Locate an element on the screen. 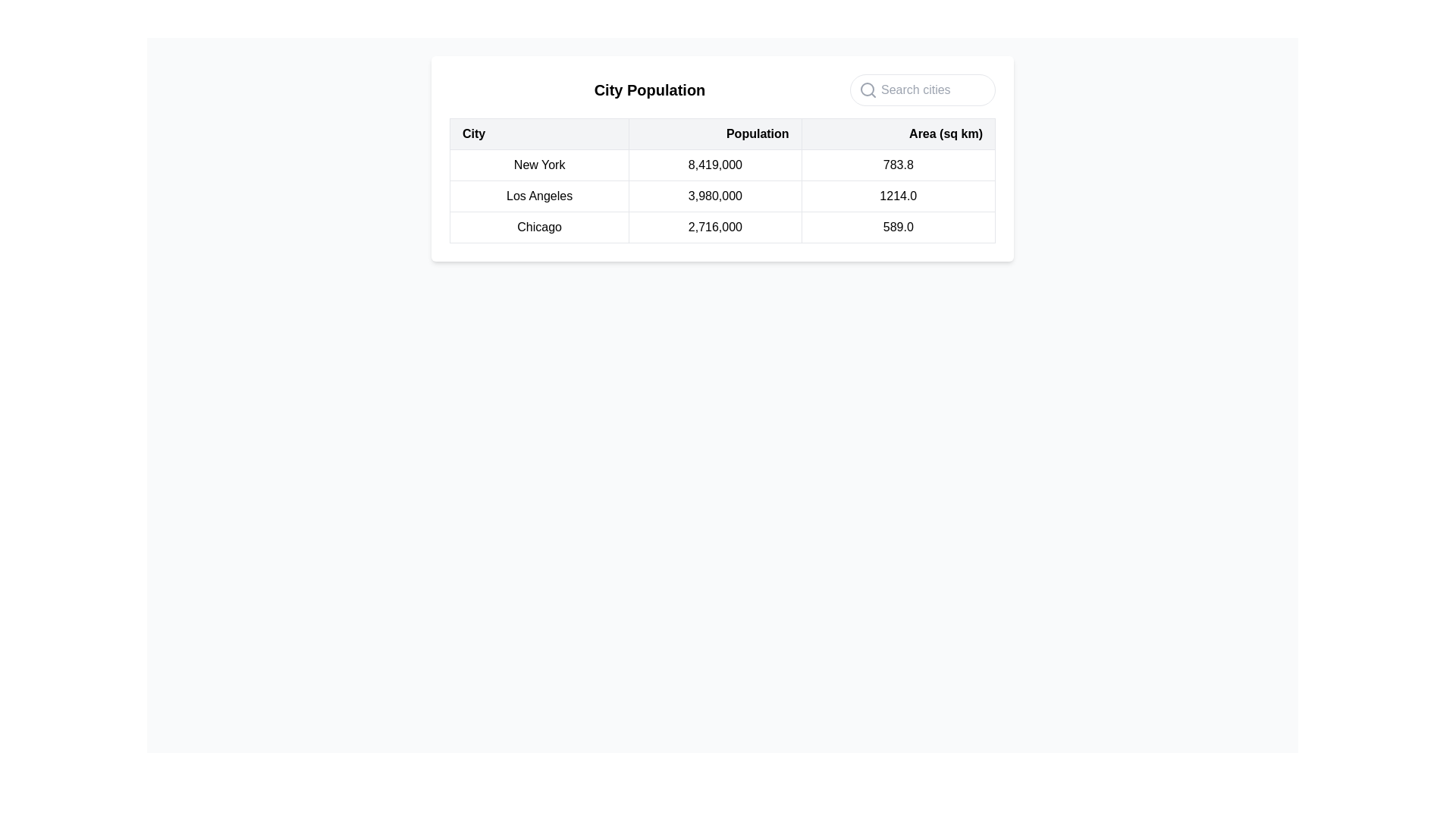 This screenshot has width=1456, height=819. the non-interactive text field displaying the population of Chicago in the table, located centrally under the 'Population' column is located at coordinates (714, 227).